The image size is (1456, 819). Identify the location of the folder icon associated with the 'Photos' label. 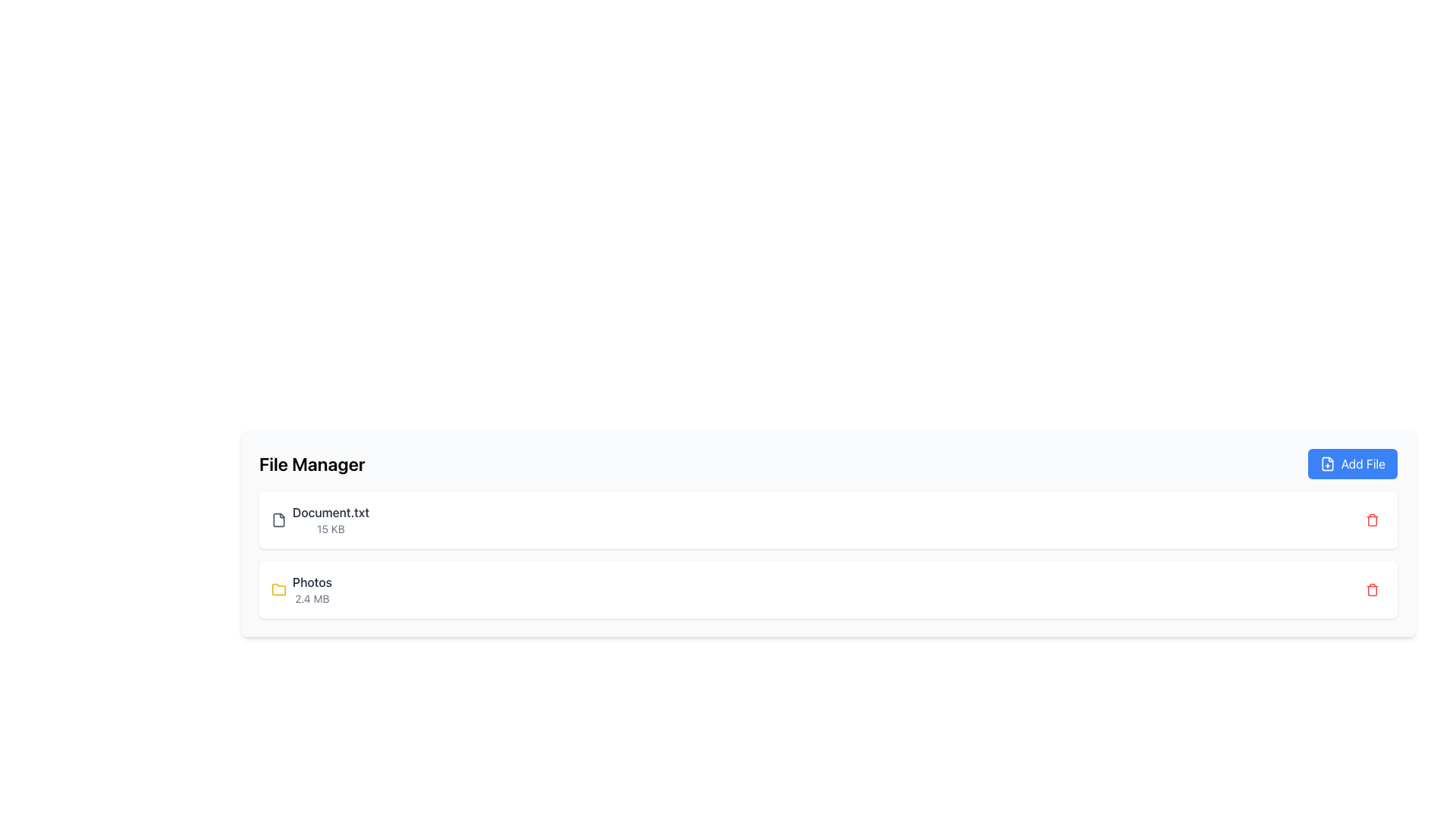
(312, 581).